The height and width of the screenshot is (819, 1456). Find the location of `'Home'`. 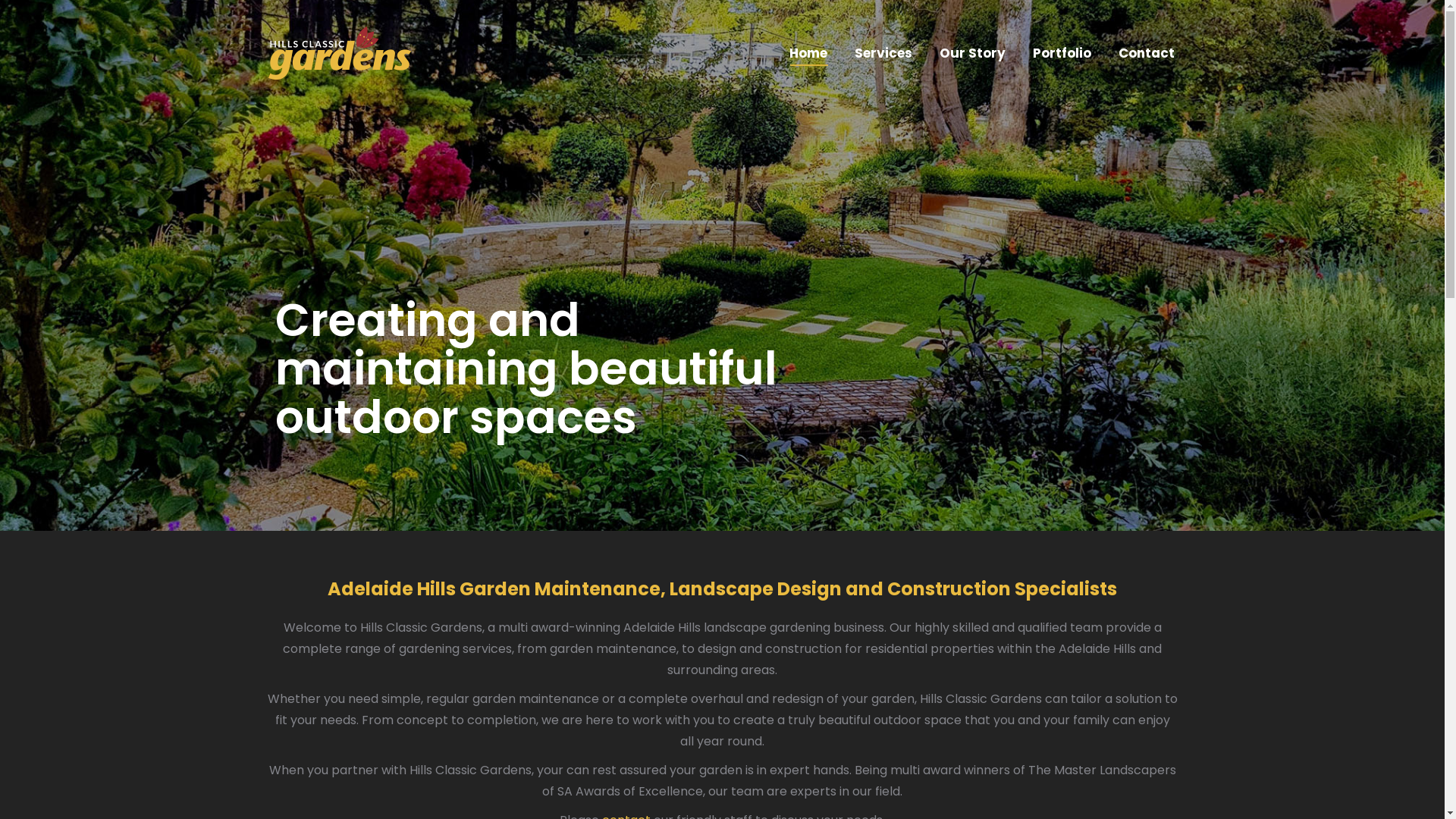

'Home' is located at coordinates (807, 52).